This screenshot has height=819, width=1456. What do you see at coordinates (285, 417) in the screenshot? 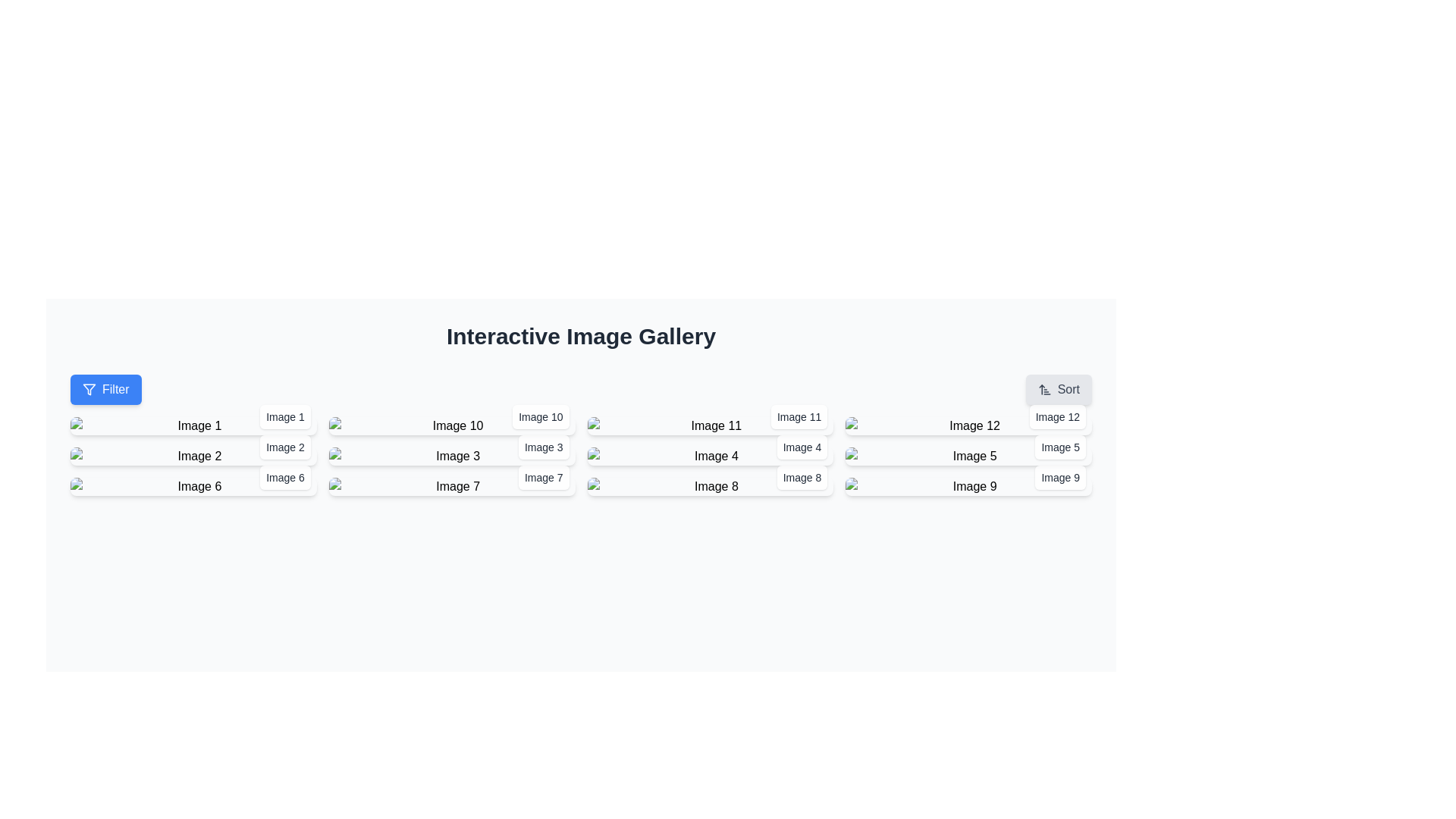
I see `the text label associated with the first image thumbnail in the top-left section of the interface, located at the bottom-right corner of the image card` at bounding box center [285, 417].